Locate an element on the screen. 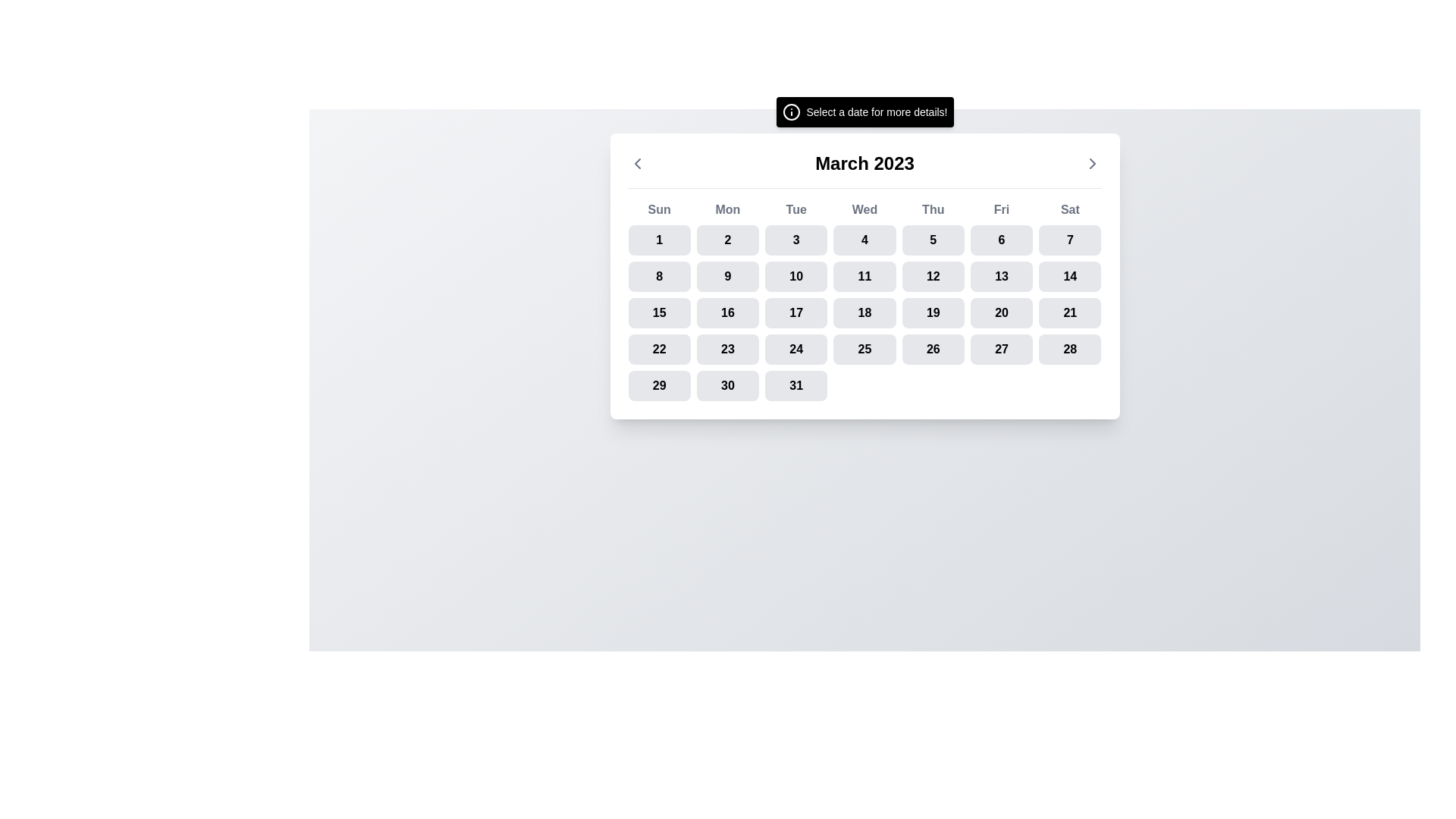  the rounded rectangular button labeled '30' is located at coordinates (728, 385).